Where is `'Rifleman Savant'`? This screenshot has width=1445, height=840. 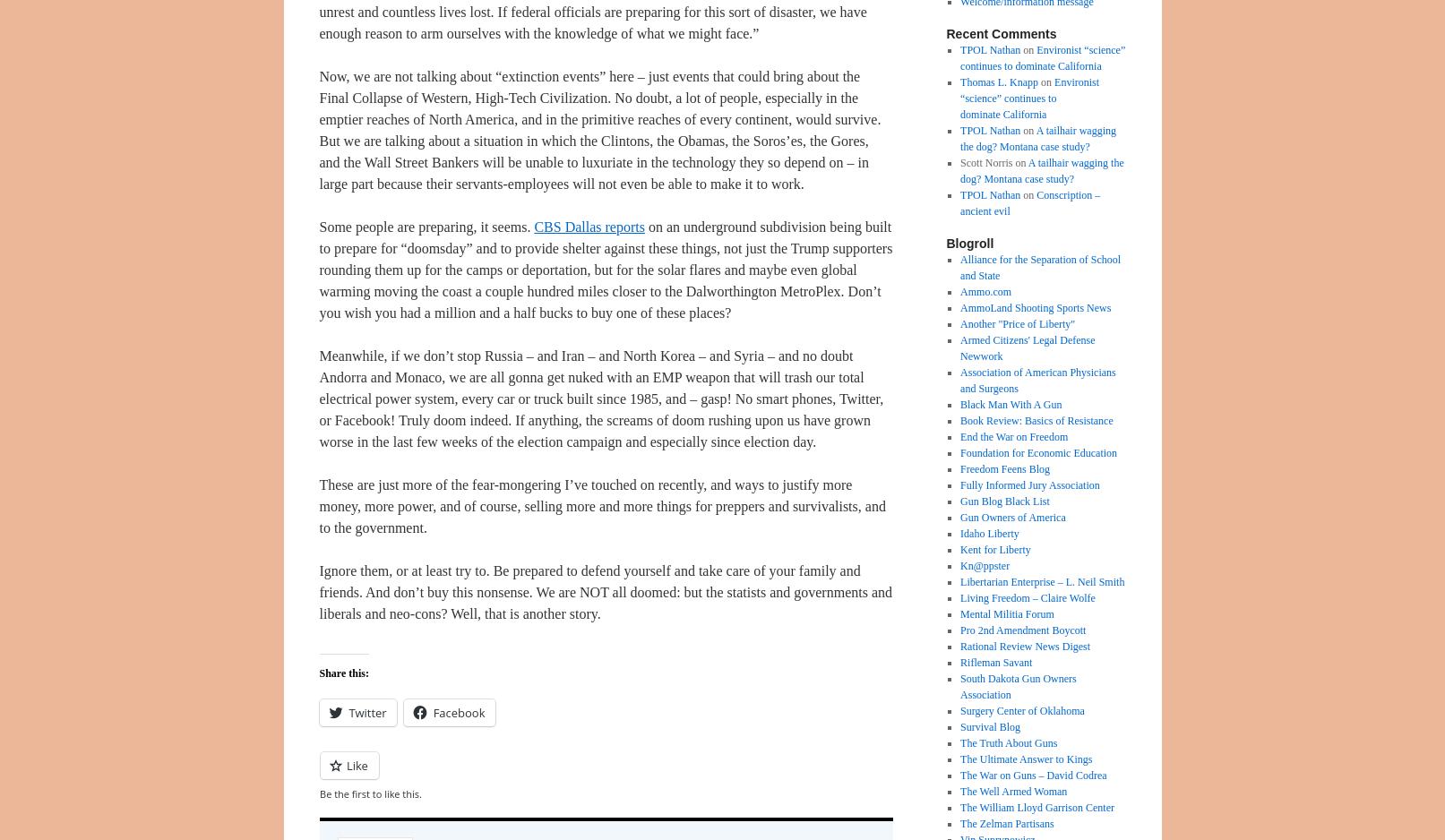 'Rifleman Savant' is located at coordinates (959, 662).